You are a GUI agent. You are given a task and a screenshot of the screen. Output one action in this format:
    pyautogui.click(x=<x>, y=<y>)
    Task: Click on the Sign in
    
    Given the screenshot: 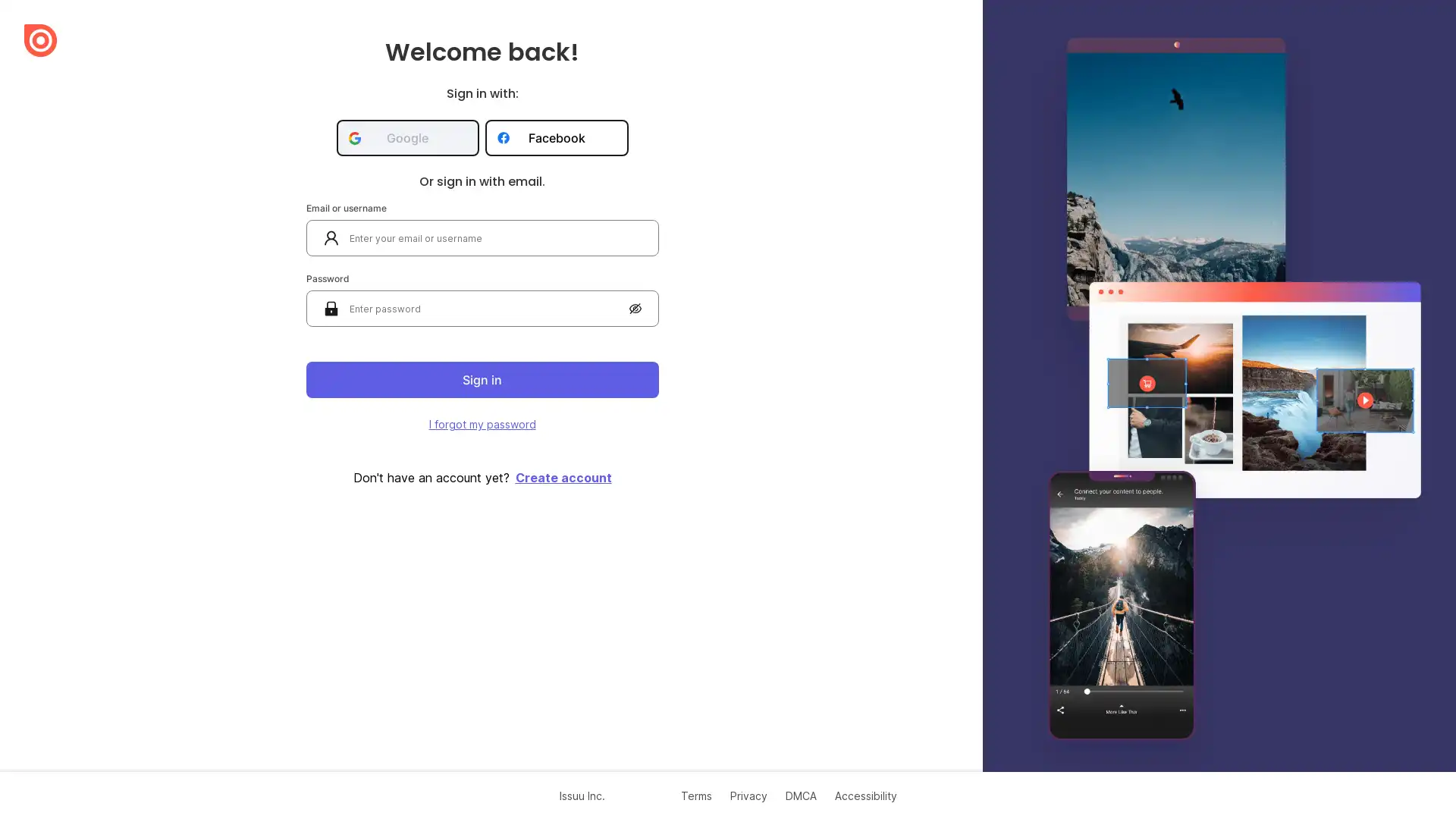 What is the action you would take?
    pyautogui.click(x=481, y=379)
    